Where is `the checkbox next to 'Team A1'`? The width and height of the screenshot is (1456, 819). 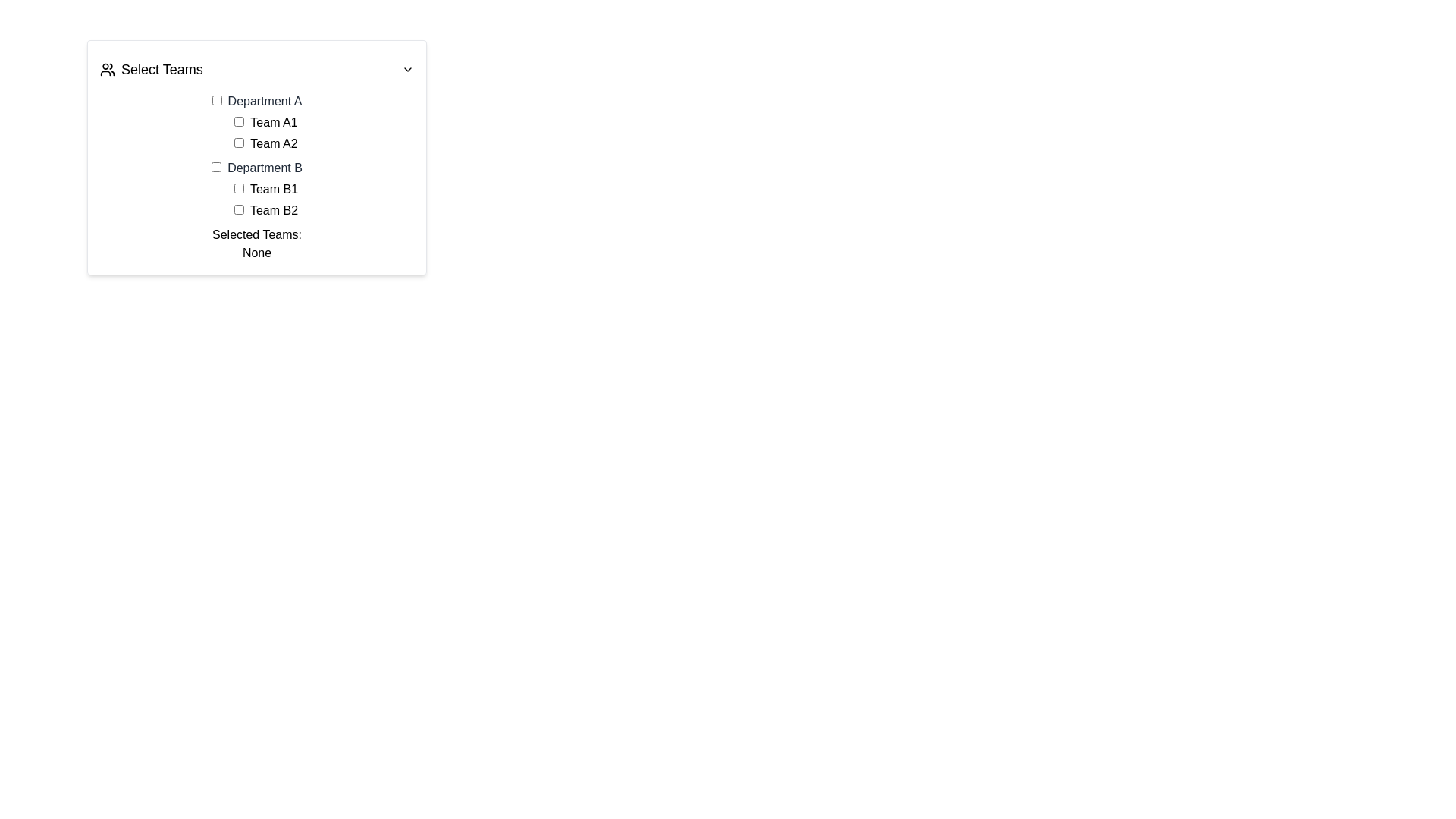 the checkbox next to 'Team A1' is located at coordinates (265, 133).